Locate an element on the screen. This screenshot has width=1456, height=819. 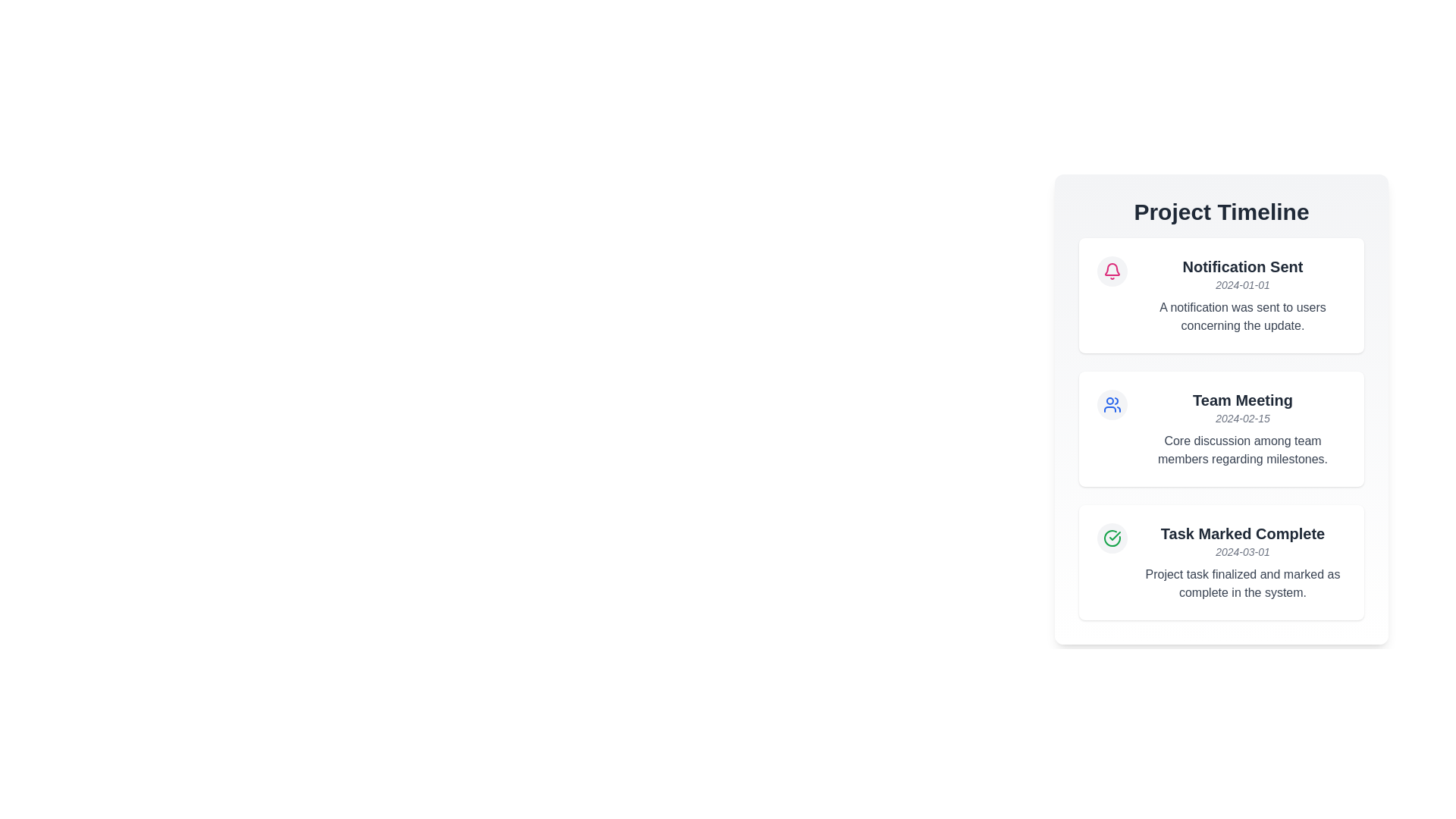
the second Information Card representing a team meeting event in the timeline section, located between the 'Notification Sent' card and the 'Task Marked Complete' card is located at coordinates (1222, 429).